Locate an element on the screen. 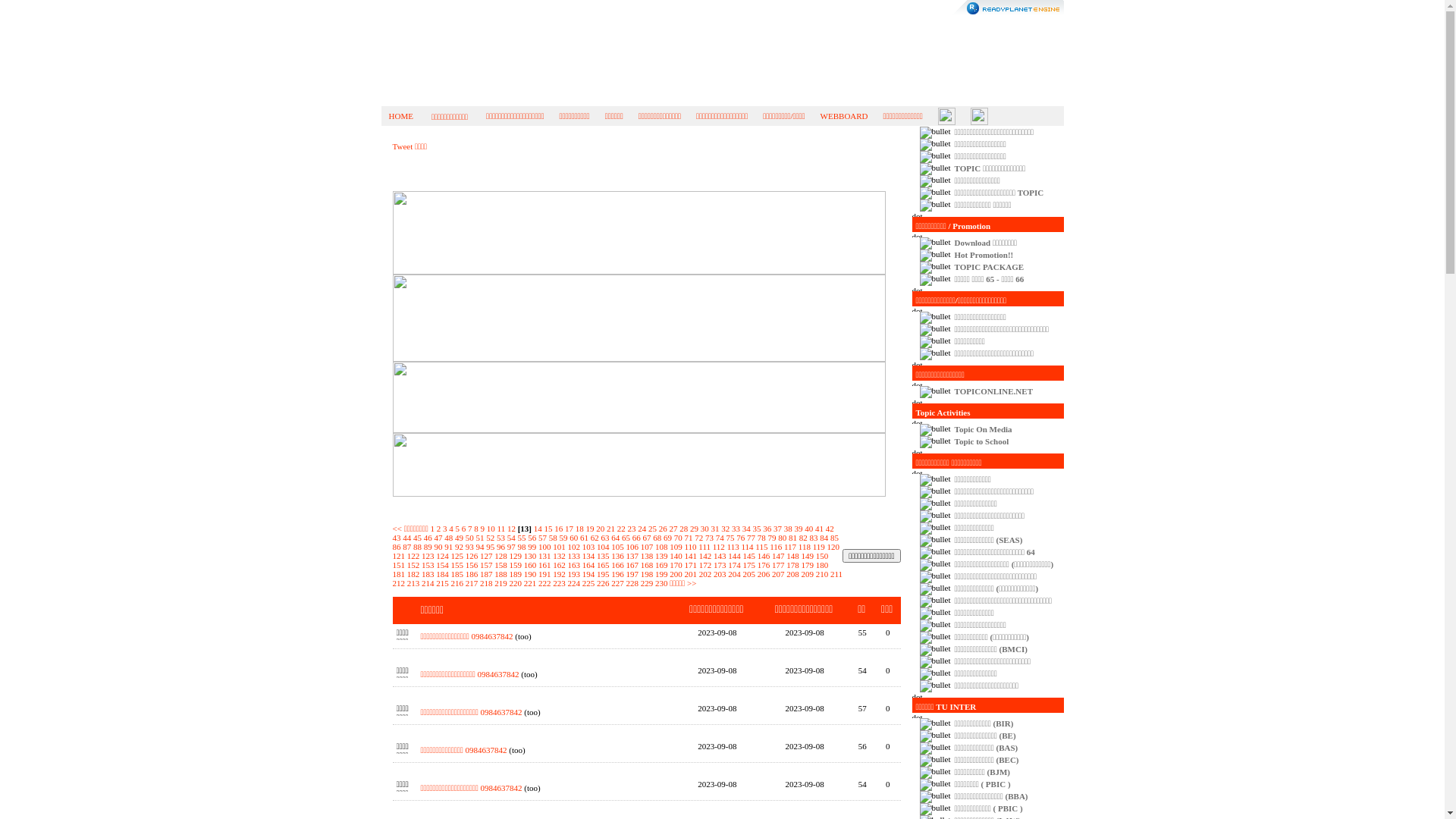  '9' is located at coordinates (482, 528).